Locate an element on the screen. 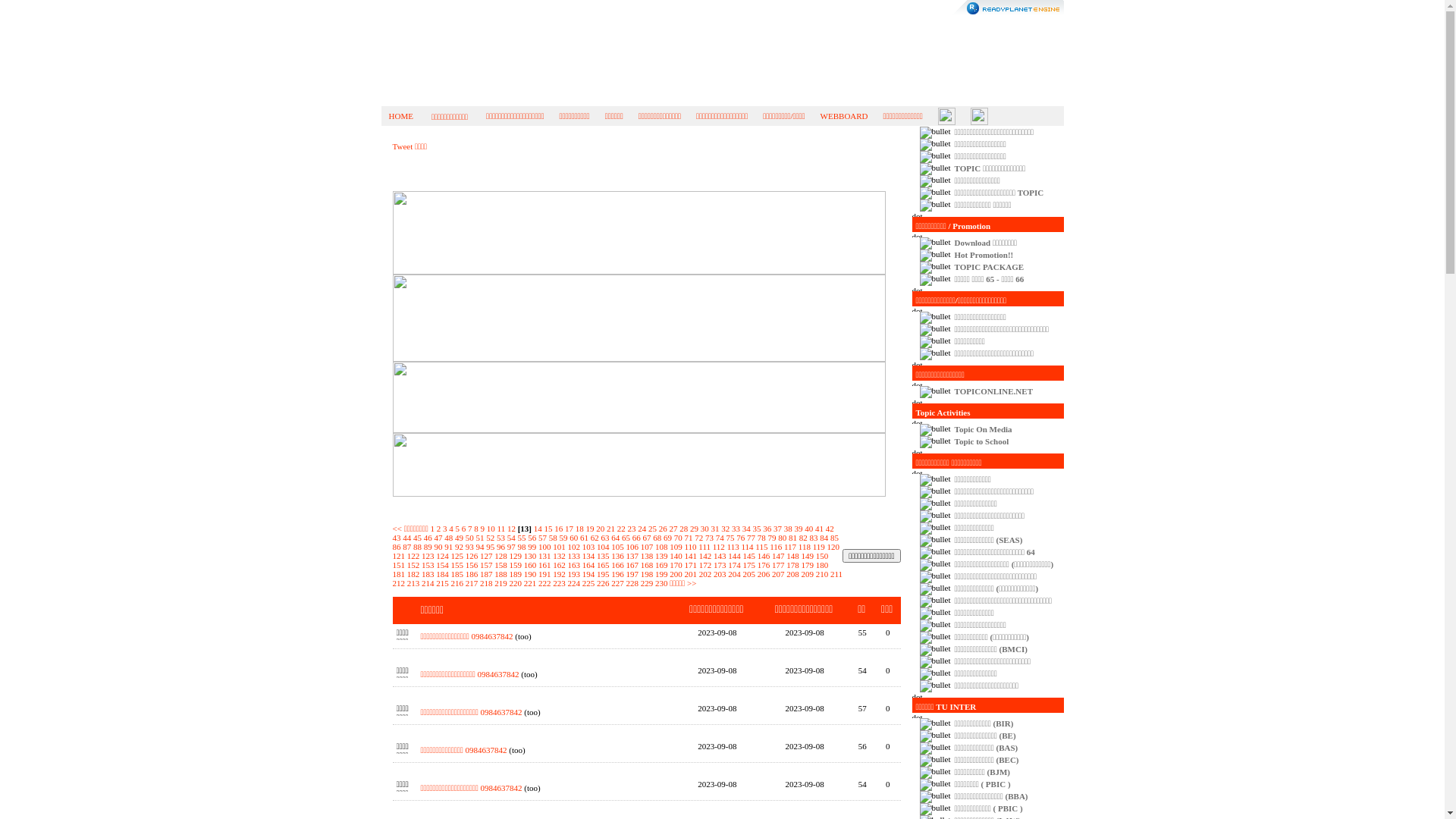  '9' is located at coordinates (482, 528).